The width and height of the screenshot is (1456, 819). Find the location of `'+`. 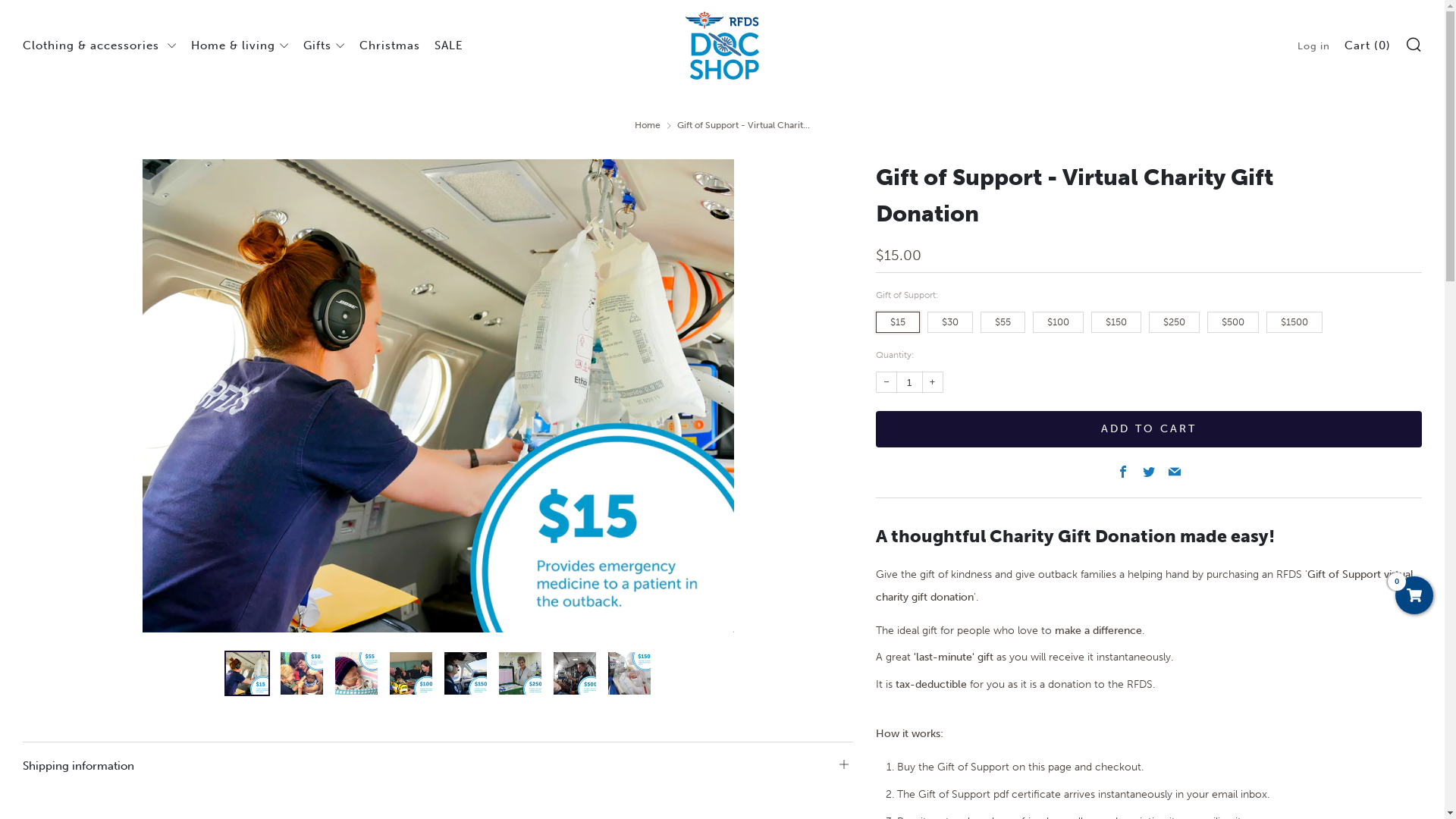

'+ is located at coordinates (931, 381).